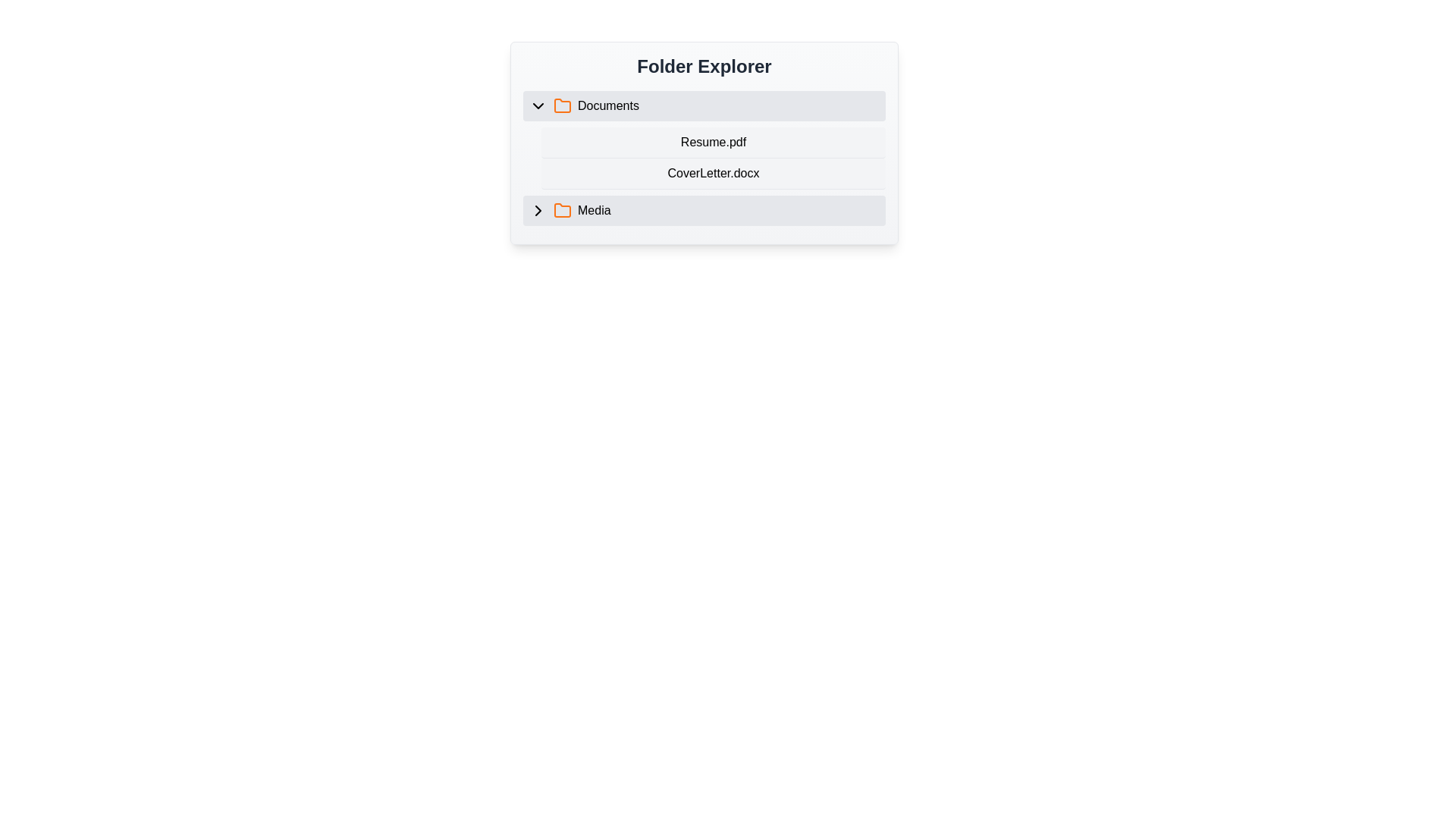  What do you see at coordinates (562, 210) in the screenshot?
I see `the prominent orange folder icon located to the left of the 'Media' text in the 'Folder Explorer' interface` at bounding box center [562, 210].